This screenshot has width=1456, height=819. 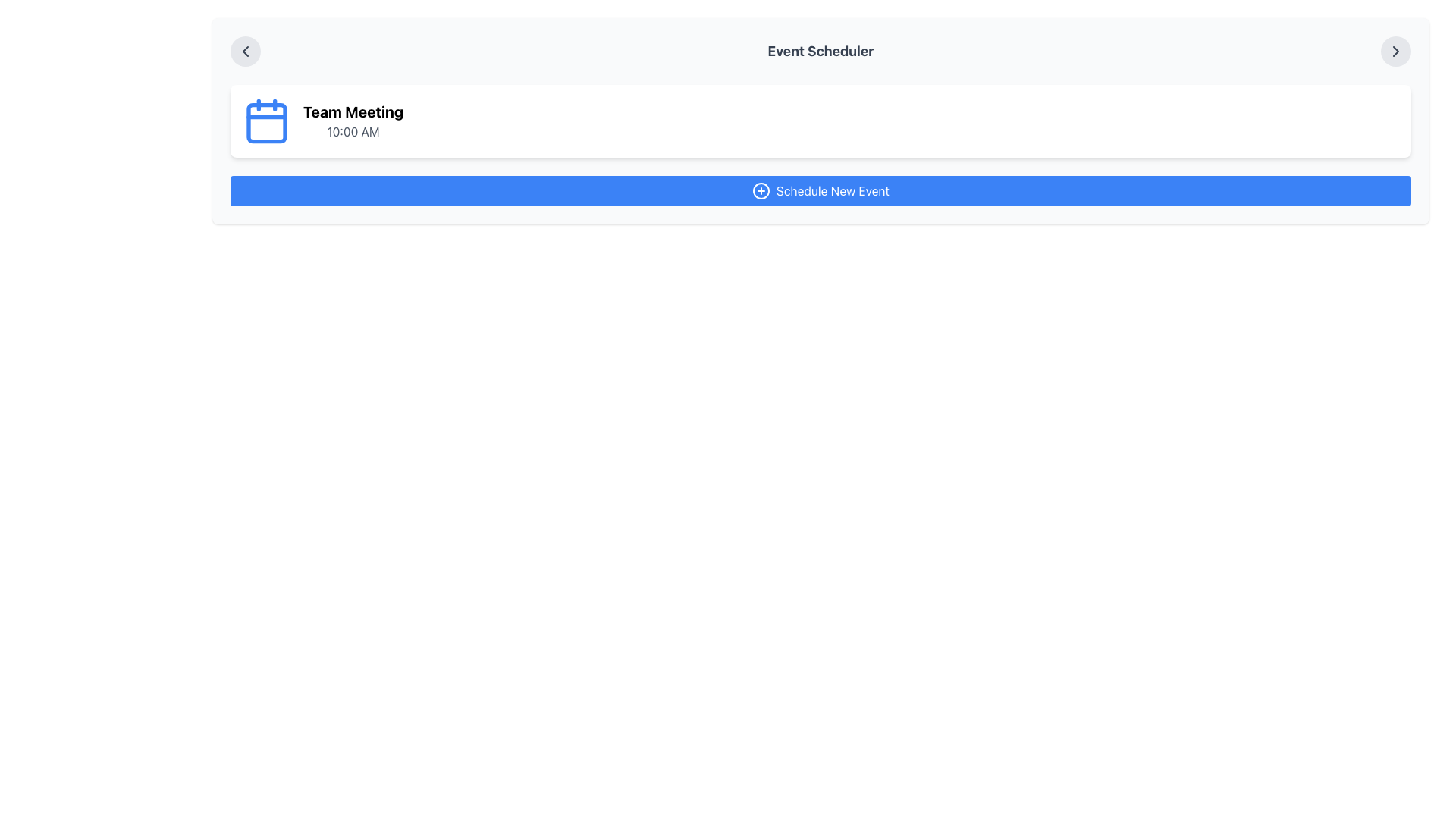 What do you see at coordinates (820, 51) in the screenshot?
I see `the Static Text element displaying 'Event Scheduler' in bold, large, gray font, located in the header section, centered between two arrow icons` at bounding box center [820, 51].